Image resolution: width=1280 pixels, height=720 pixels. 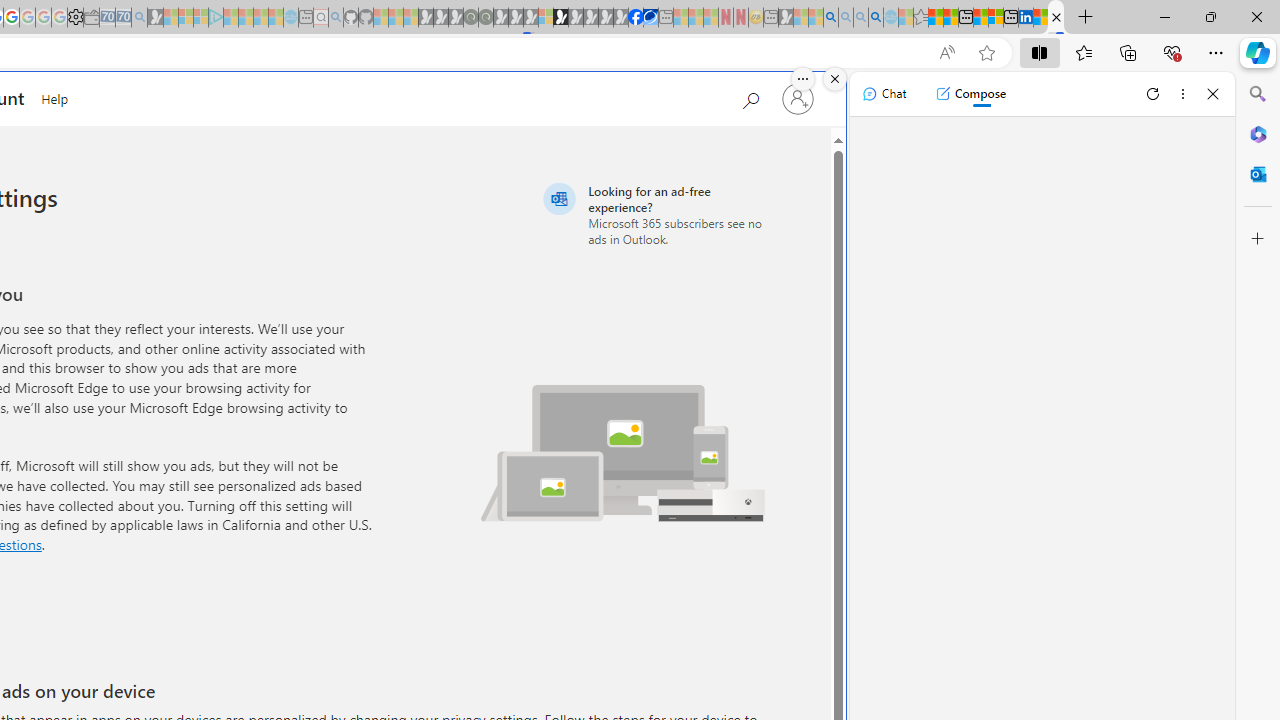 I want to click on 'Search Microsoft.com', so click(x=749, y=97).